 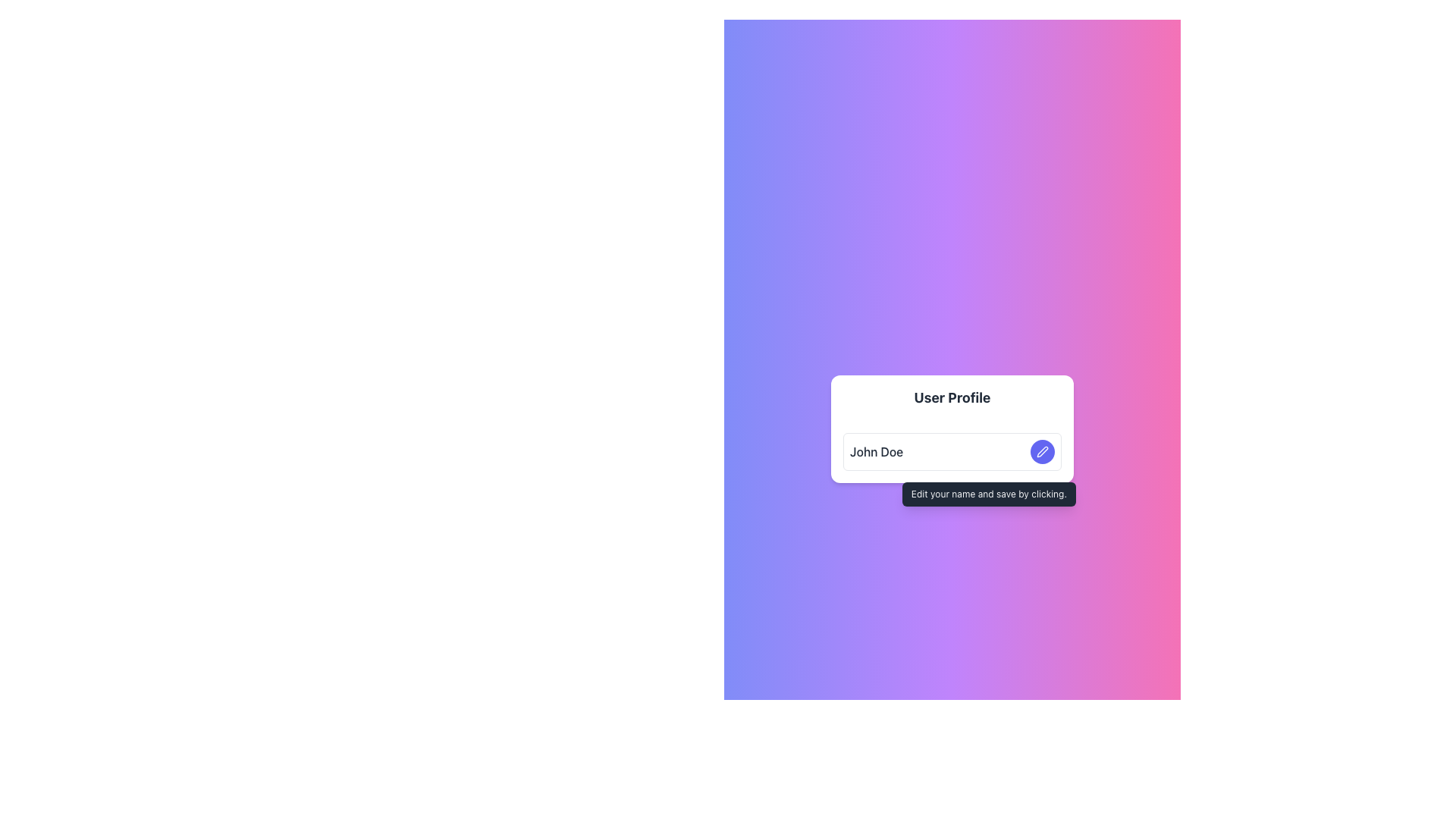 What do you see at coordinates (1041, 451) in the screenshot?
I see `the circular button with a purple background and a white pen icon, located on the right side of the profile information box` at bounding box center [1041, 451].